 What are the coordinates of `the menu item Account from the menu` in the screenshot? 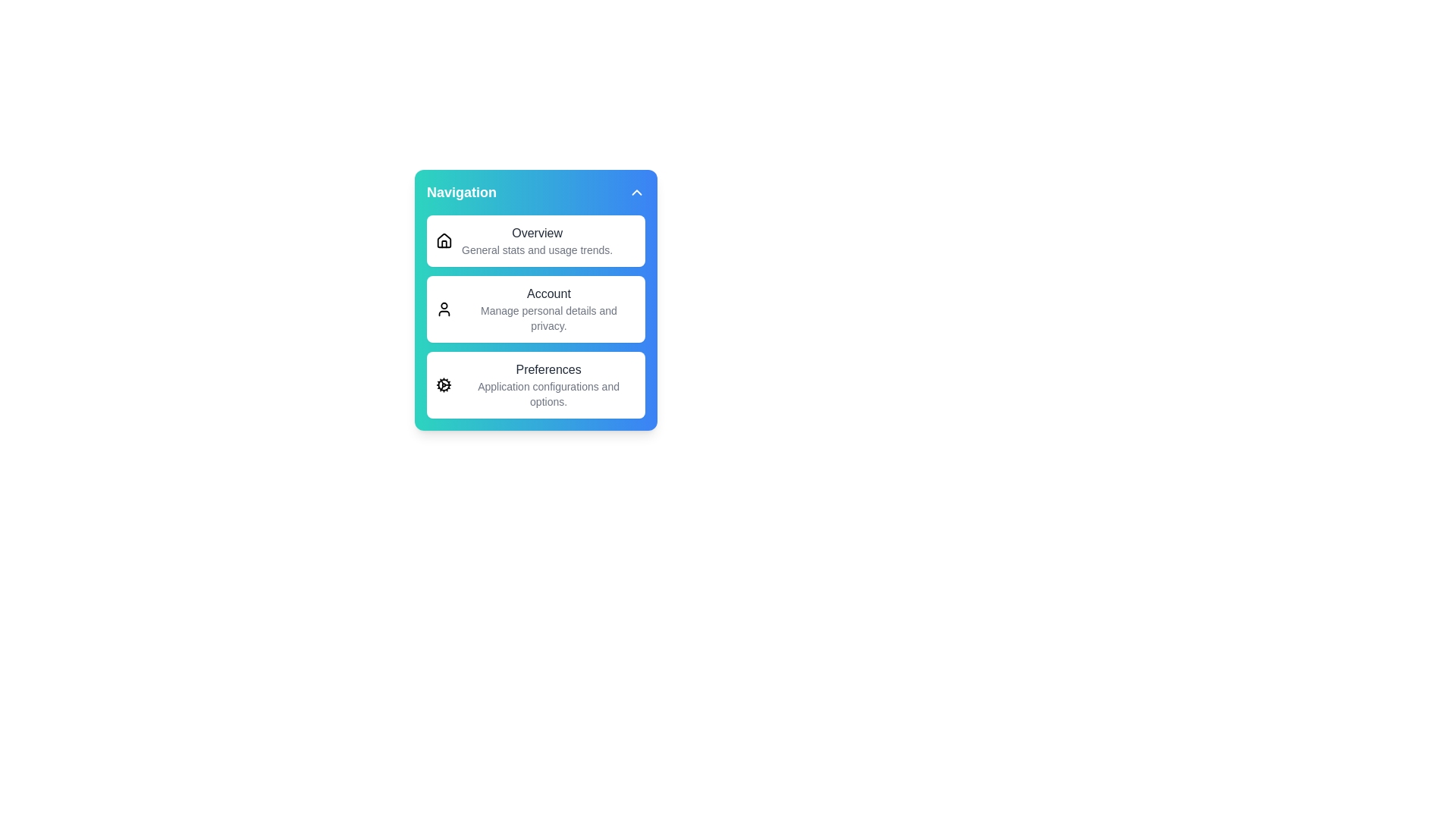 It's located at (535, 309).